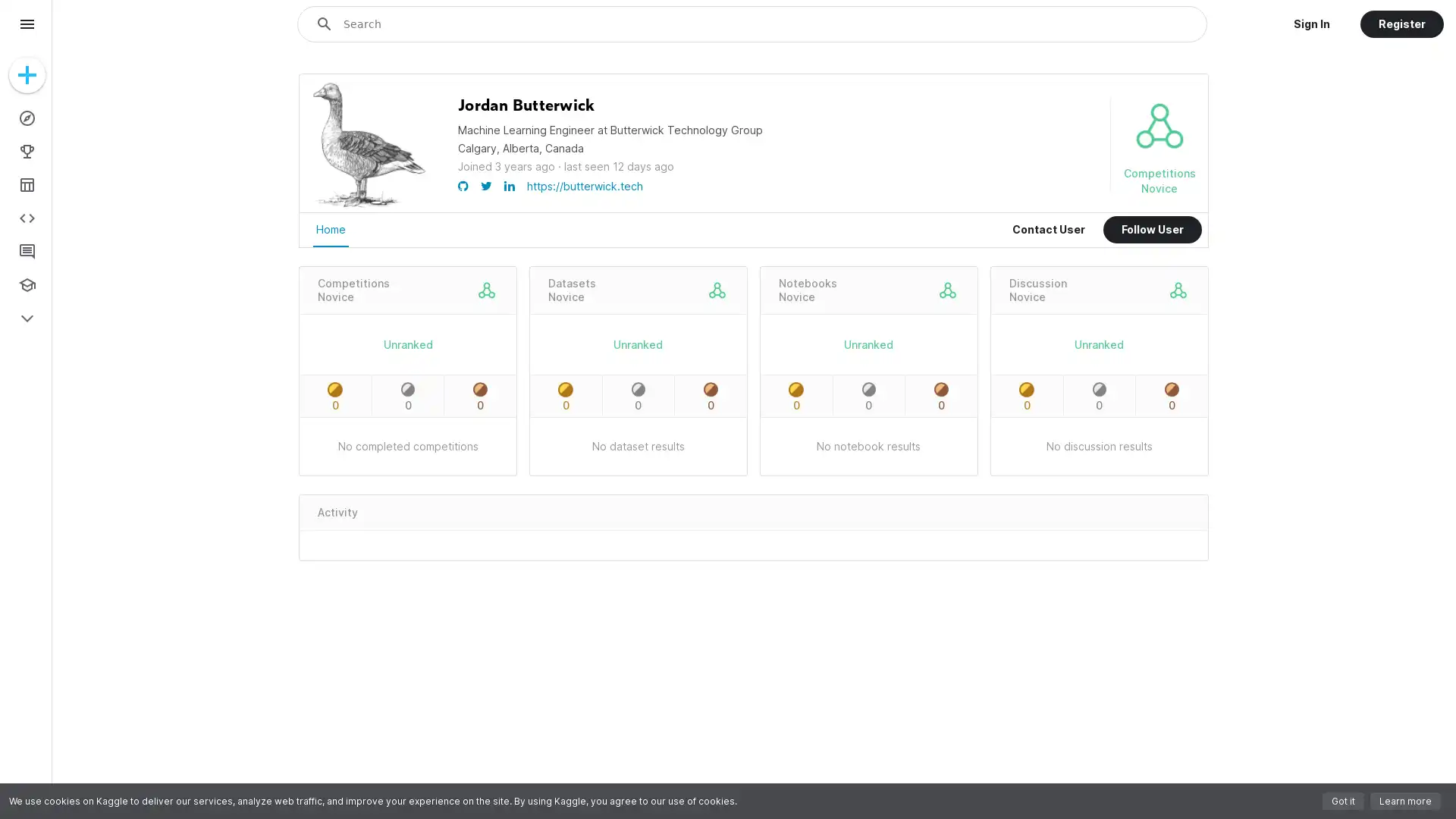 The height and width of the screenshot is (819, 1456). I want to click on Jordan Butterwick, so click(526, 105).